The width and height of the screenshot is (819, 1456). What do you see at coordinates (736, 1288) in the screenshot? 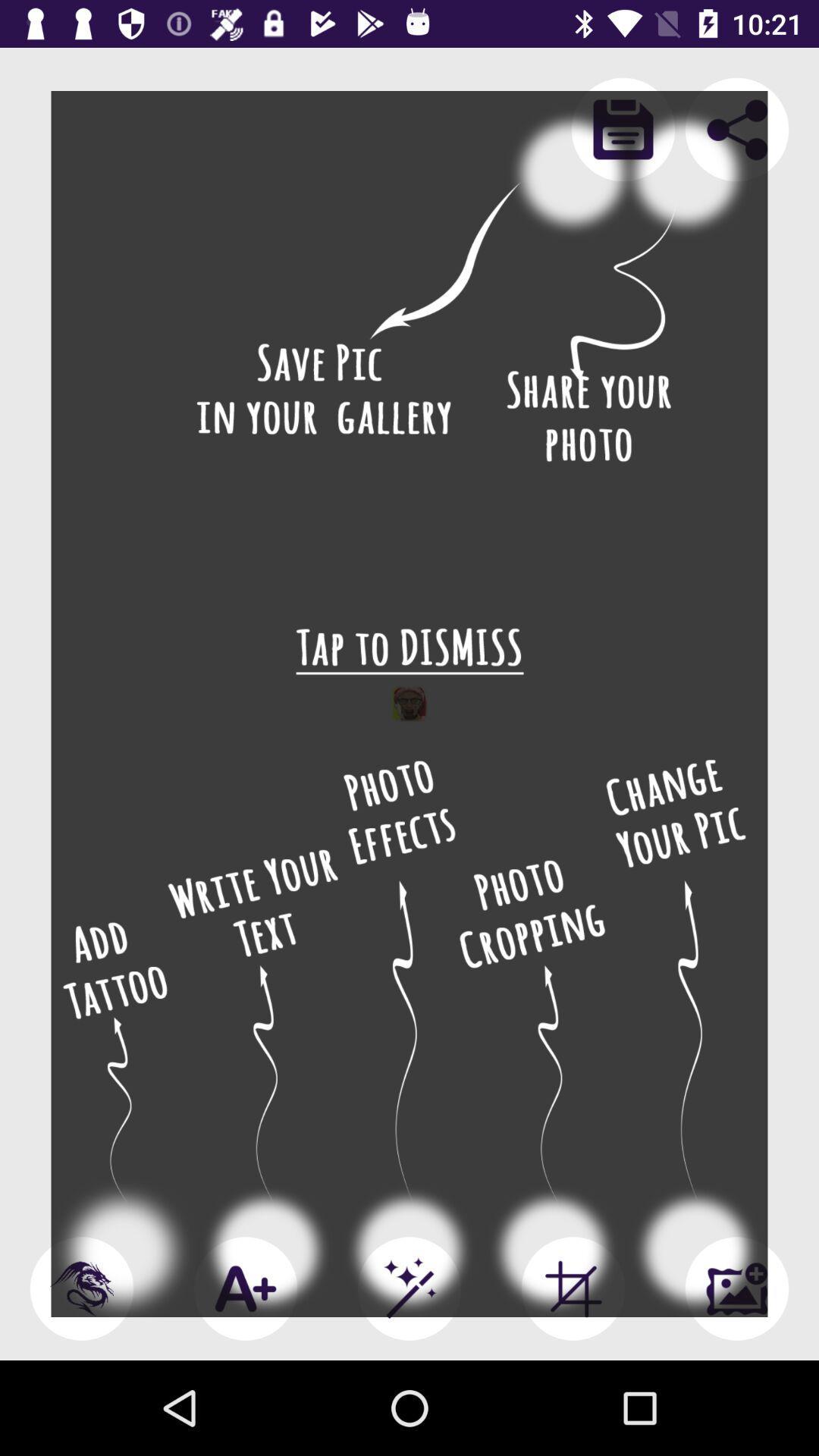
I see `the wallpaper icon` at bounding box center [736, 1288].